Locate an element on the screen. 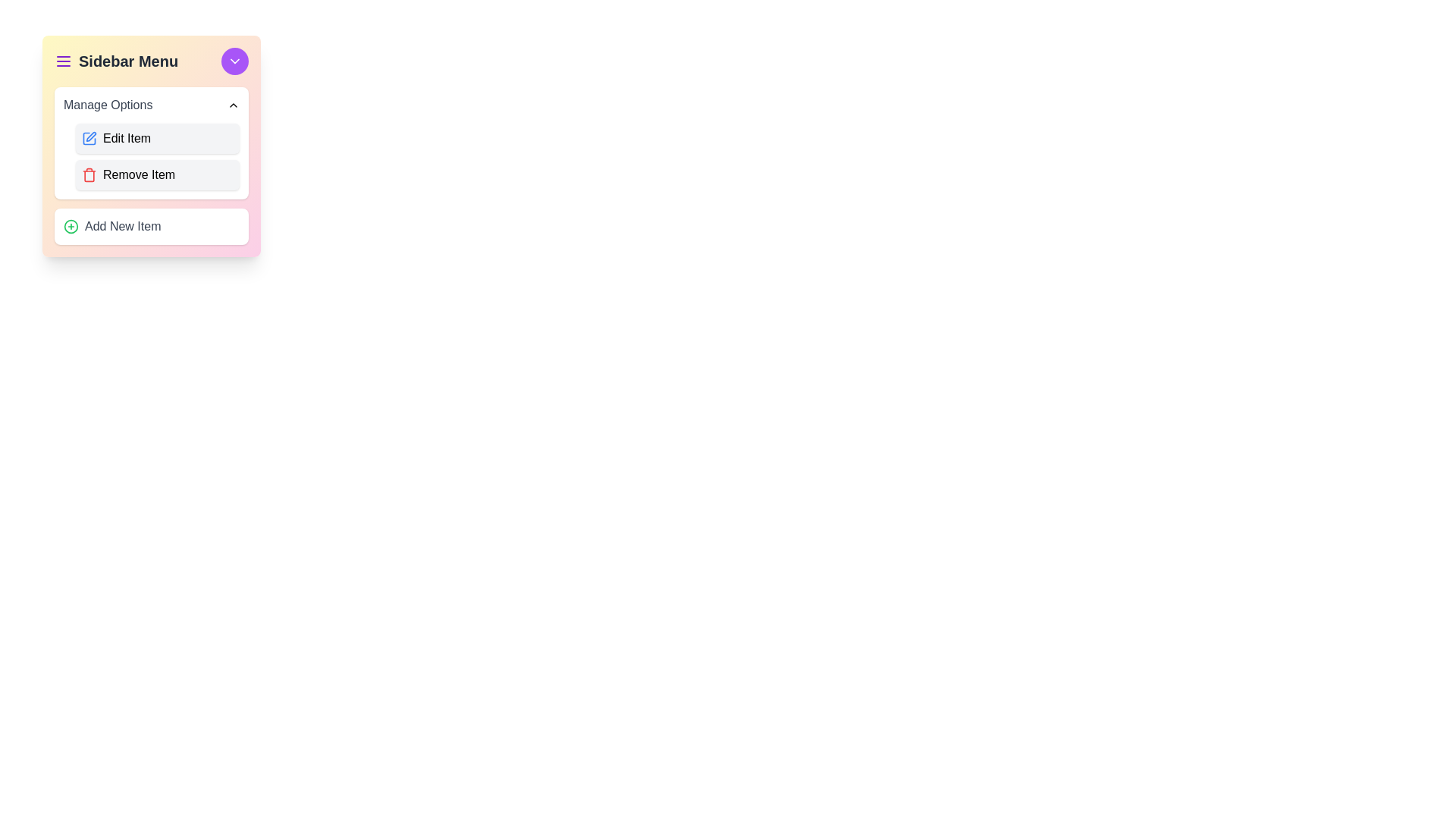 This screenshot has width=1456, height=819. the hamburger menu icon located on the far left side of the sidebar header is located at coordinates (62, 61).